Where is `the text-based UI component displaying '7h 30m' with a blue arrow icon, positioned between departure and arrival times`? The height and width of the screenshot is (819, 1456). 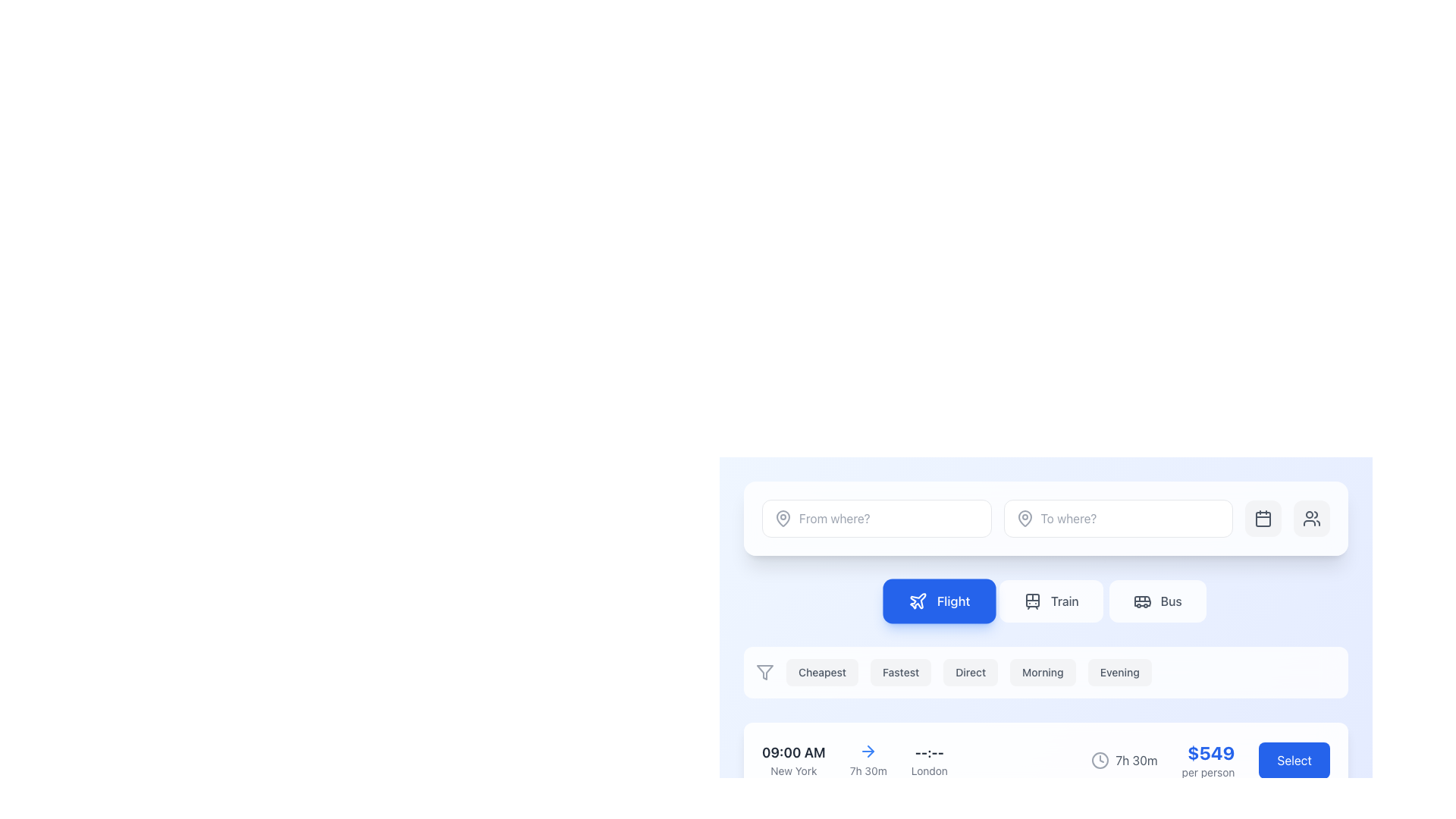 the text-based UI component displaying '7h 30m' with a blue arrow icon, positioned between departure and arrival times is located at coordinates (868, 760).